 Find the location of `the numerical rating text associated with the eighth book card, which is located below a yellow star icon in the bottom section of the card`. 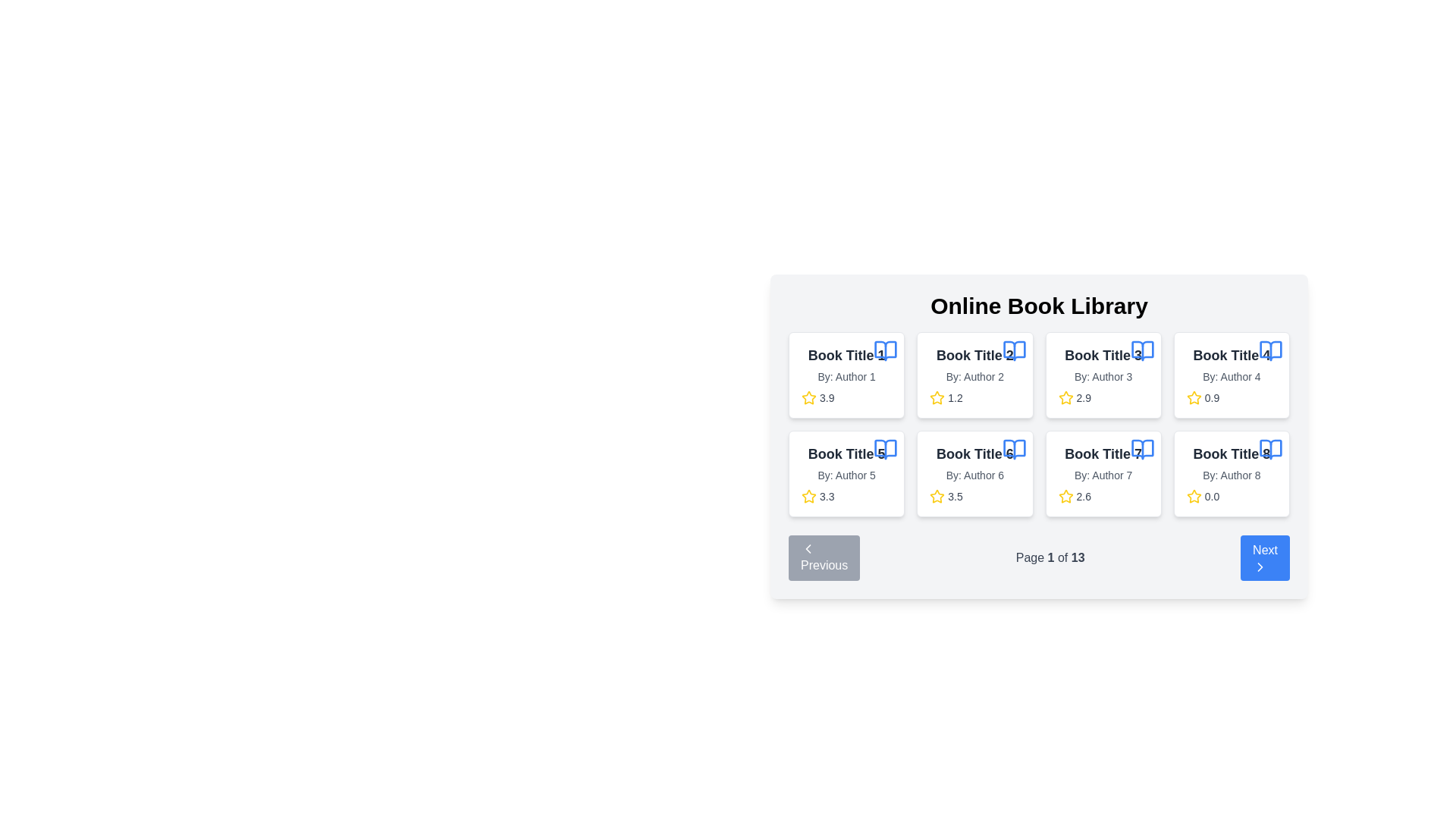

the numerical rating text associated with the eighth book card, which is located below a yellow star icon in the bottom section of the card is located at coordinates (1211, 497).